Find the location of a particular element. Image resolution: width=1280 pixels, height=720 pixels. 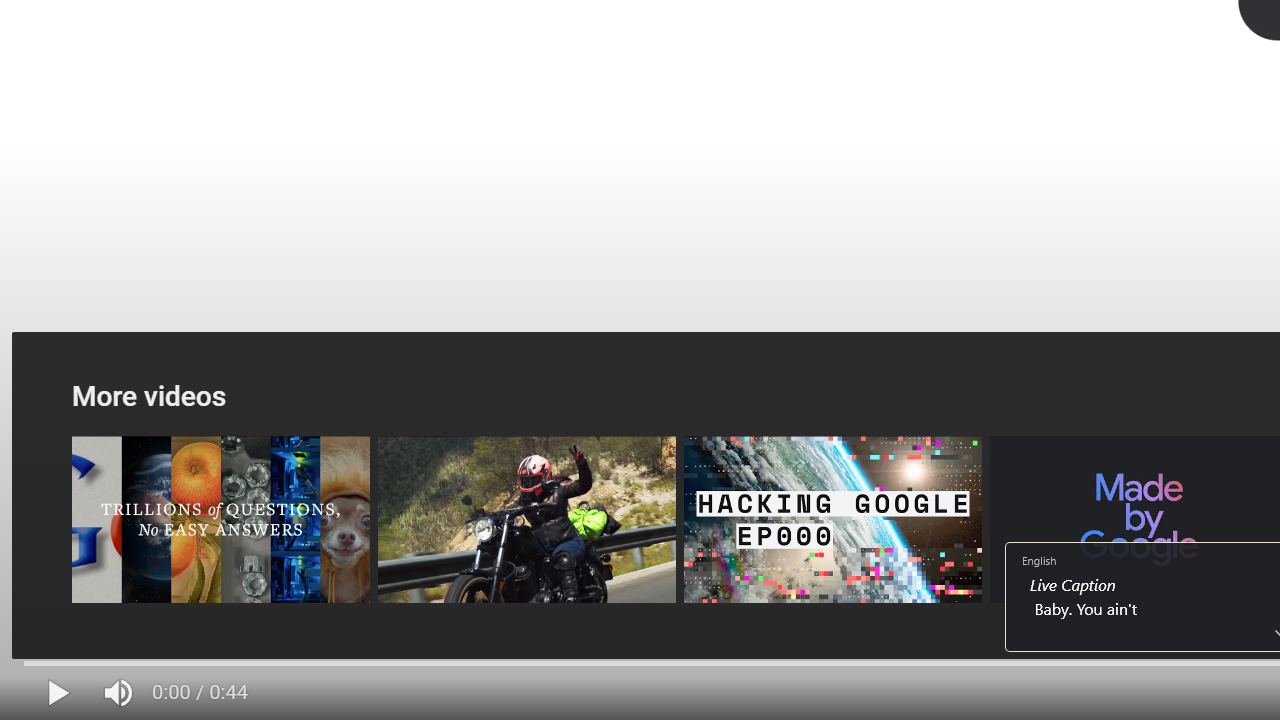

'Operation Aurora | HACKING GOOGLE | Documentary EP000' is located at coordinates (832, 518).